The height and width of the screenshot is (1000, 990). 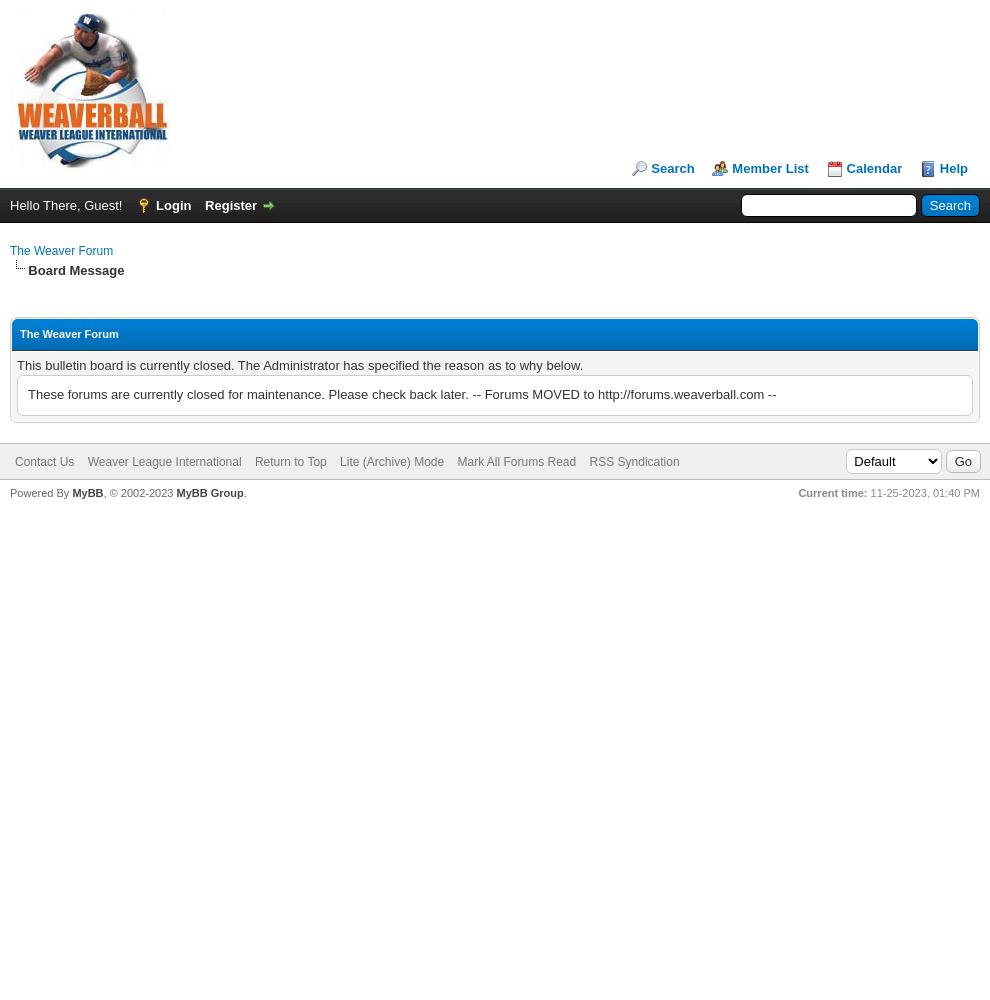 I want to click on '11-25-2023, 01:40 PM', so click(x=867, y=491).